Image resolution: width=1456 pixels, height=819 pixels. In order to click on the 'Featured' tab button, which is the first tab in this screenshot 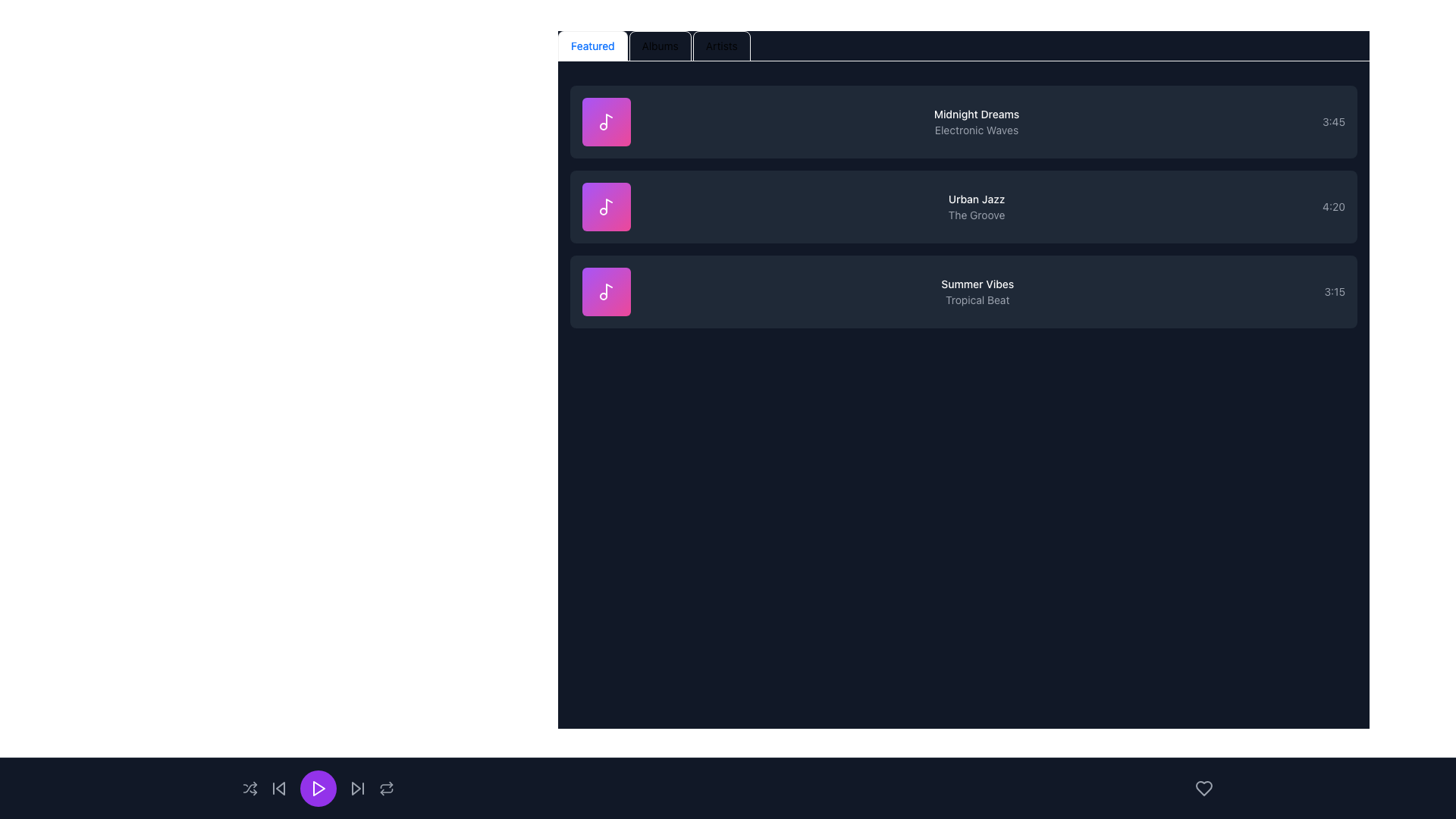, I will do `click(591, 45)`.